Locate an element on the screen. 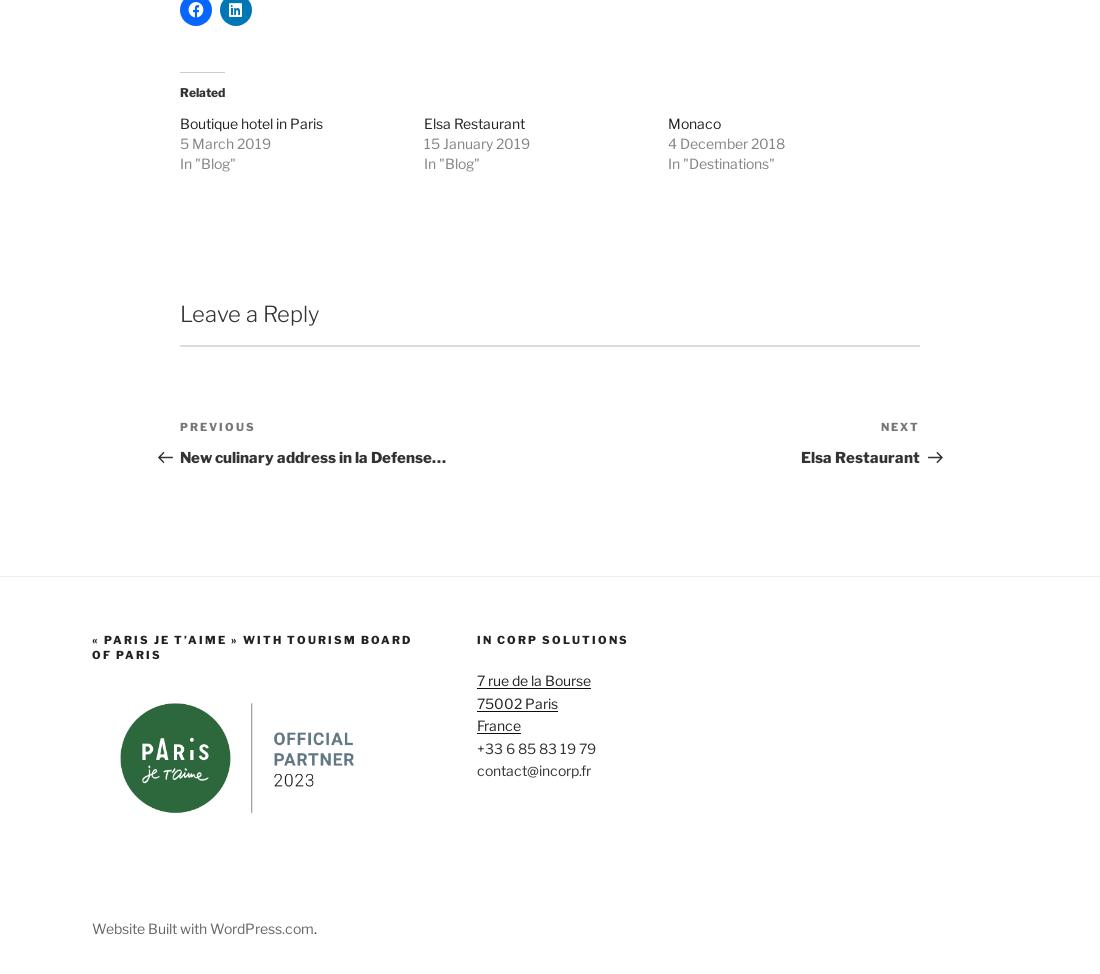  '75002 Paris' is located at coordinates (516, 866).